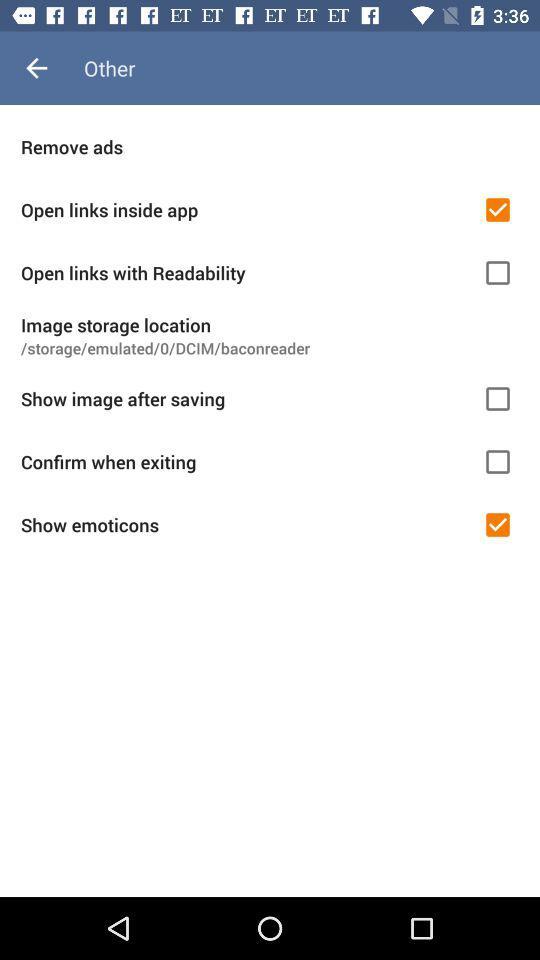 Image resolution: width=540 pixels, height=960 pixels. I want to click on the item next to other item, so click(36, 68).